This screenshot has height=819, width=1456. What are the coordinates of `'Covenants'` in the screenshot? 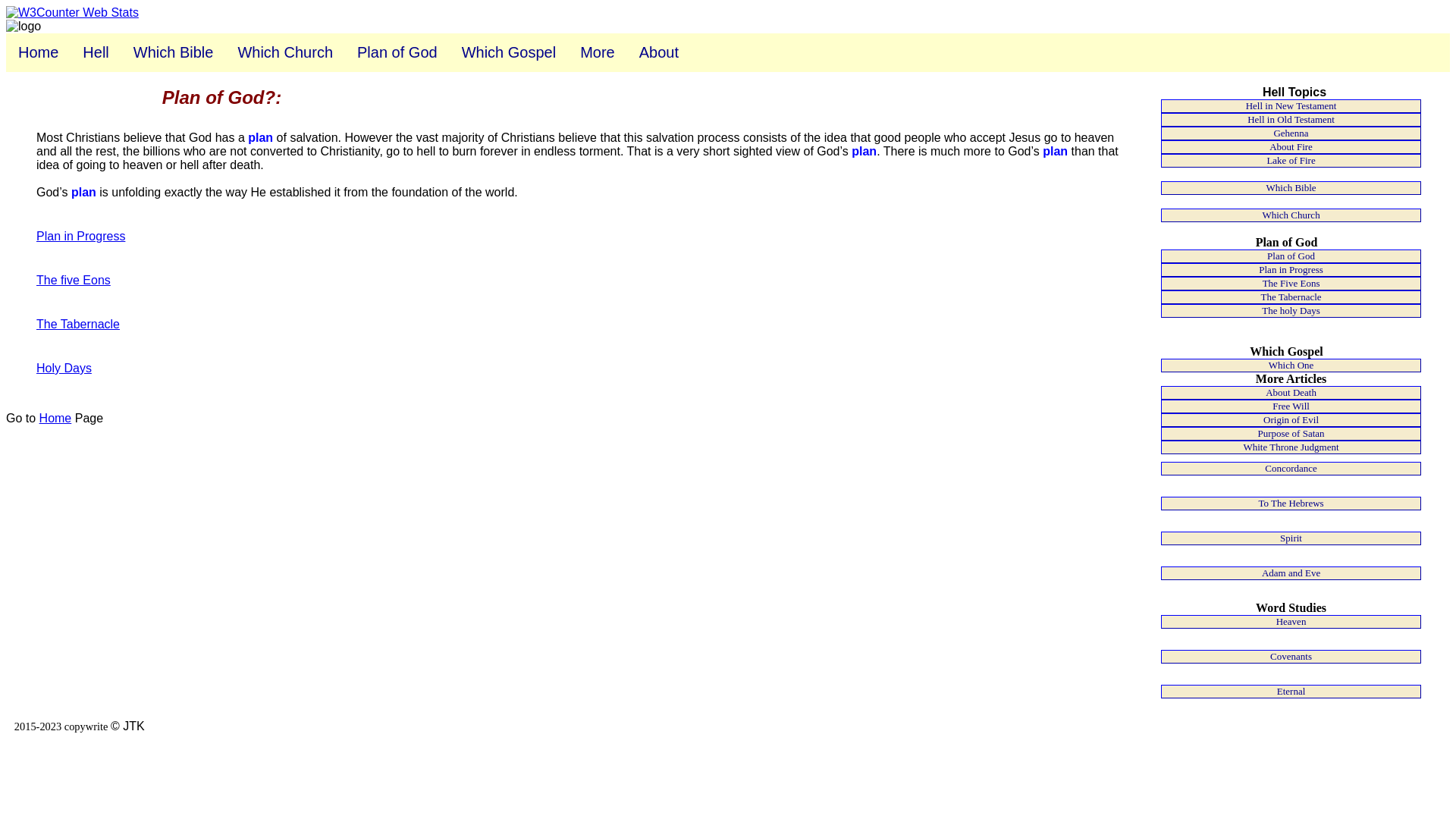 It's located at (1290, 656).